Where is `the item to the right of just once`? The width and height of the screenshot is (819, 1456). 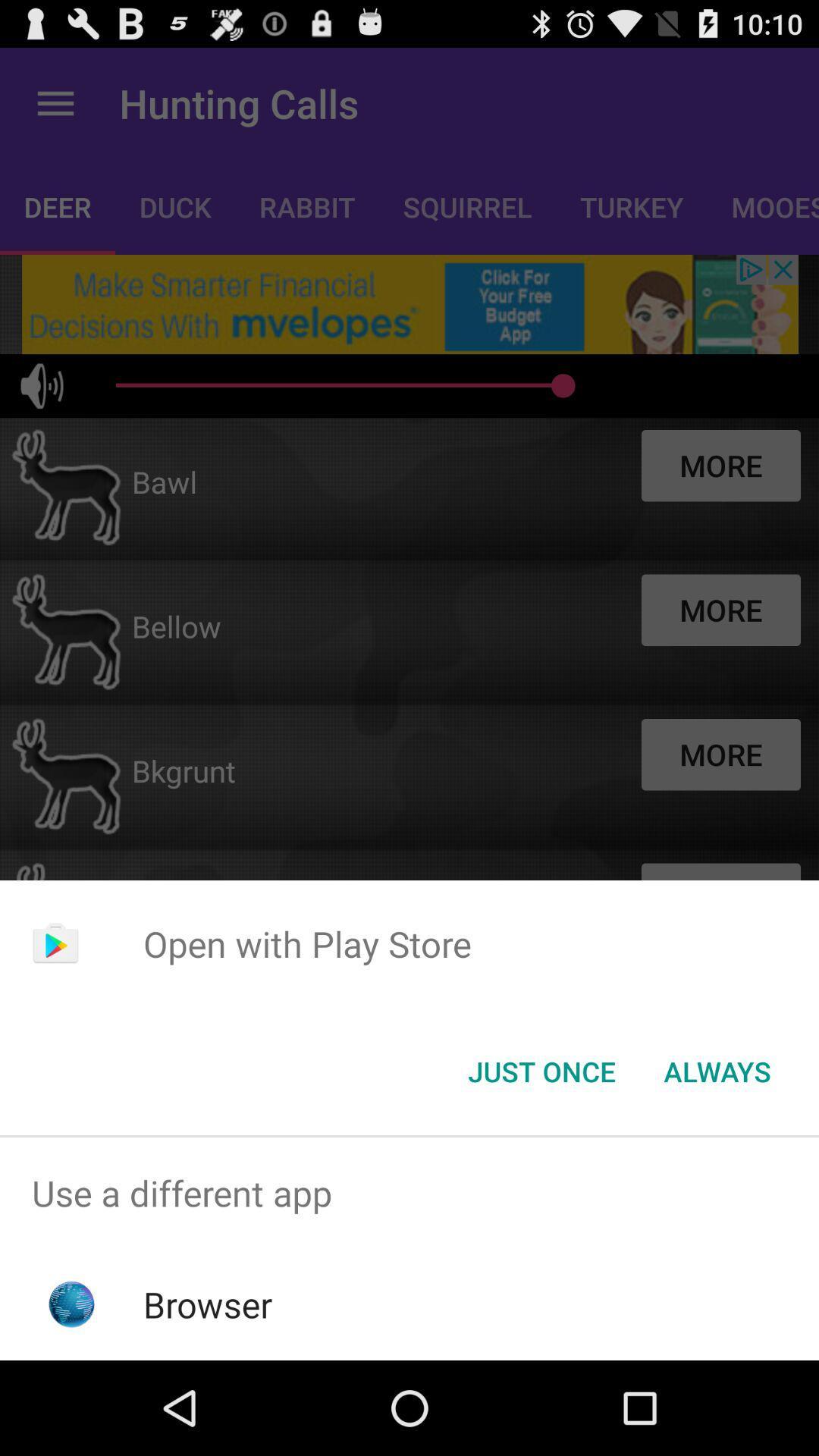 the item to the right of just once is located at coordinates (717, 1070).